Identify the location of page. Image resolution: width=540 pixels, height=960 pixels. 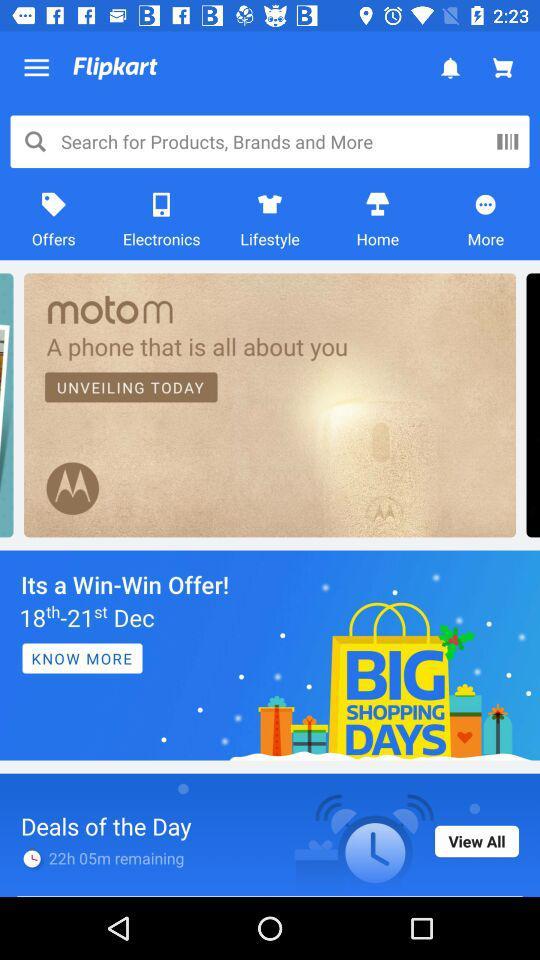
(270, 654).